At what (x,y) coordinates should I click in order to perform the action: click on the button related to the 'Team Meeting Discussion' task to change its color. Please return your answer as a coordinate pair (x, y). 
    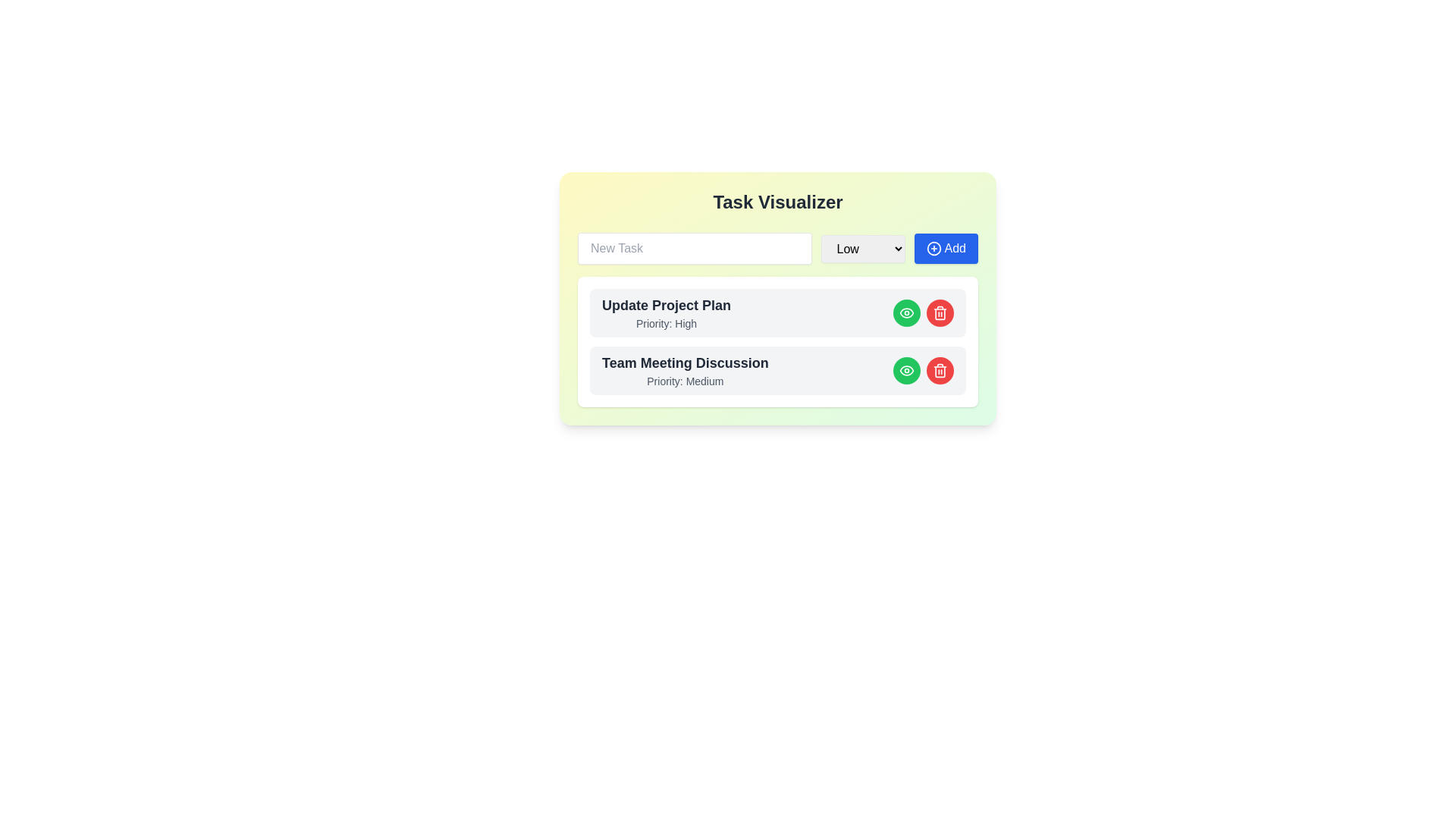
    Looking at the image, I should click on (906, 371).